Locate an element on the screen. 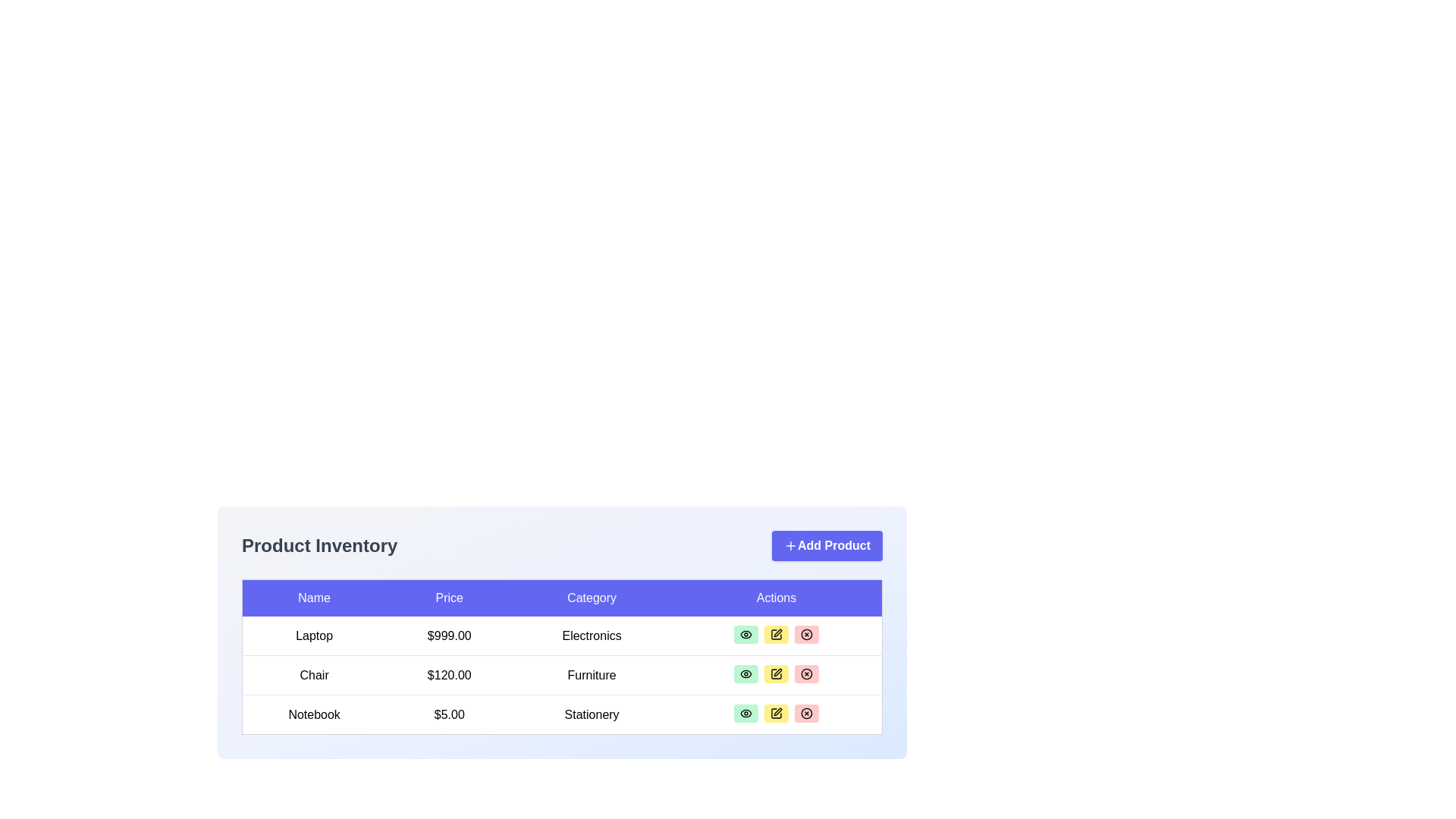  the small green button with rounded corners and an eye icon in the 'Actions' column of the 'Product Inventory' table is located at coordinates (745, 673).